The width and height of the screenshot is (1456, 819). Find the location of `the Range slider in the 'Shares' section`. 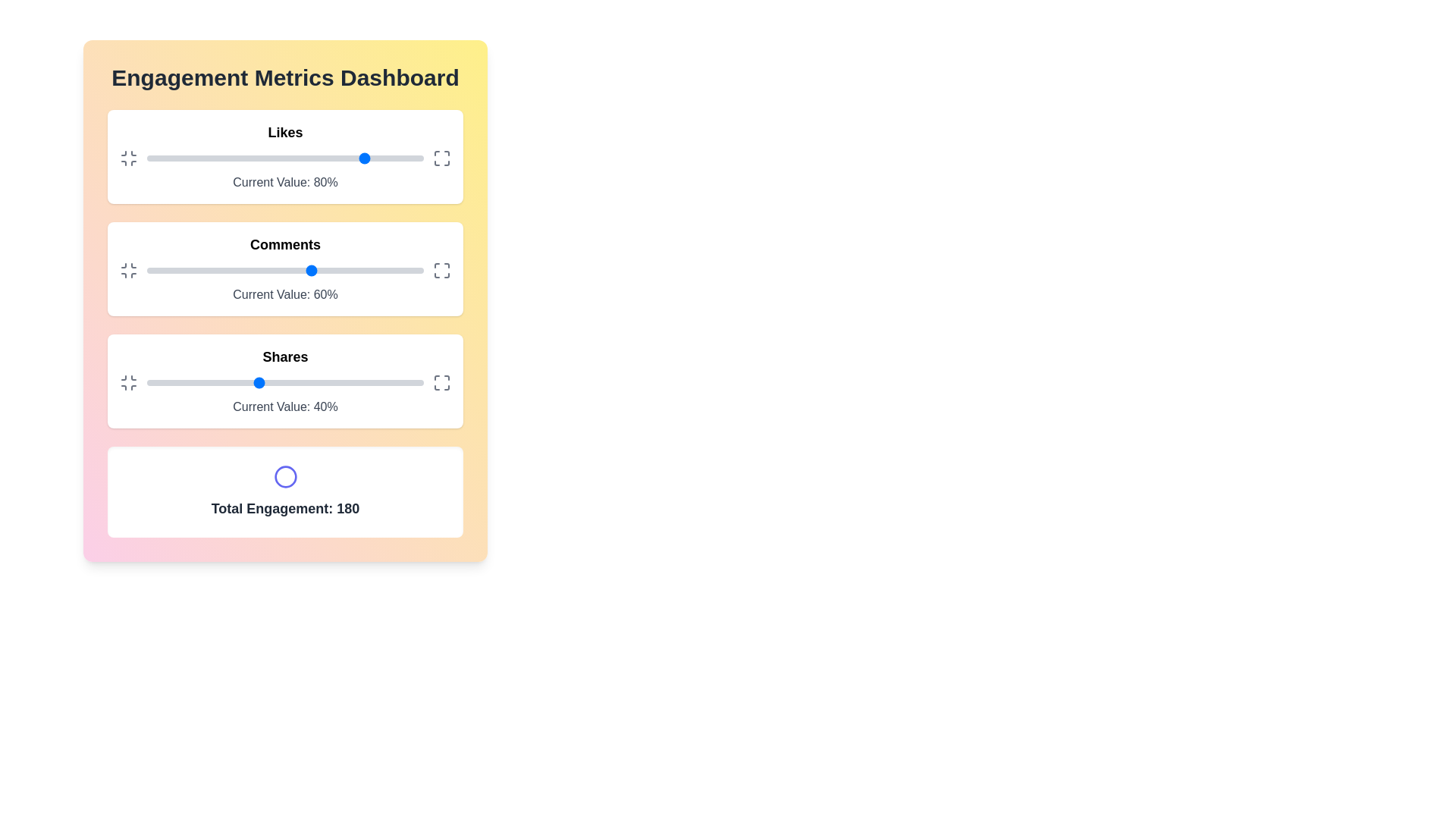

the Range slider in the 'Shares' section is located at coordinates (285, 382).